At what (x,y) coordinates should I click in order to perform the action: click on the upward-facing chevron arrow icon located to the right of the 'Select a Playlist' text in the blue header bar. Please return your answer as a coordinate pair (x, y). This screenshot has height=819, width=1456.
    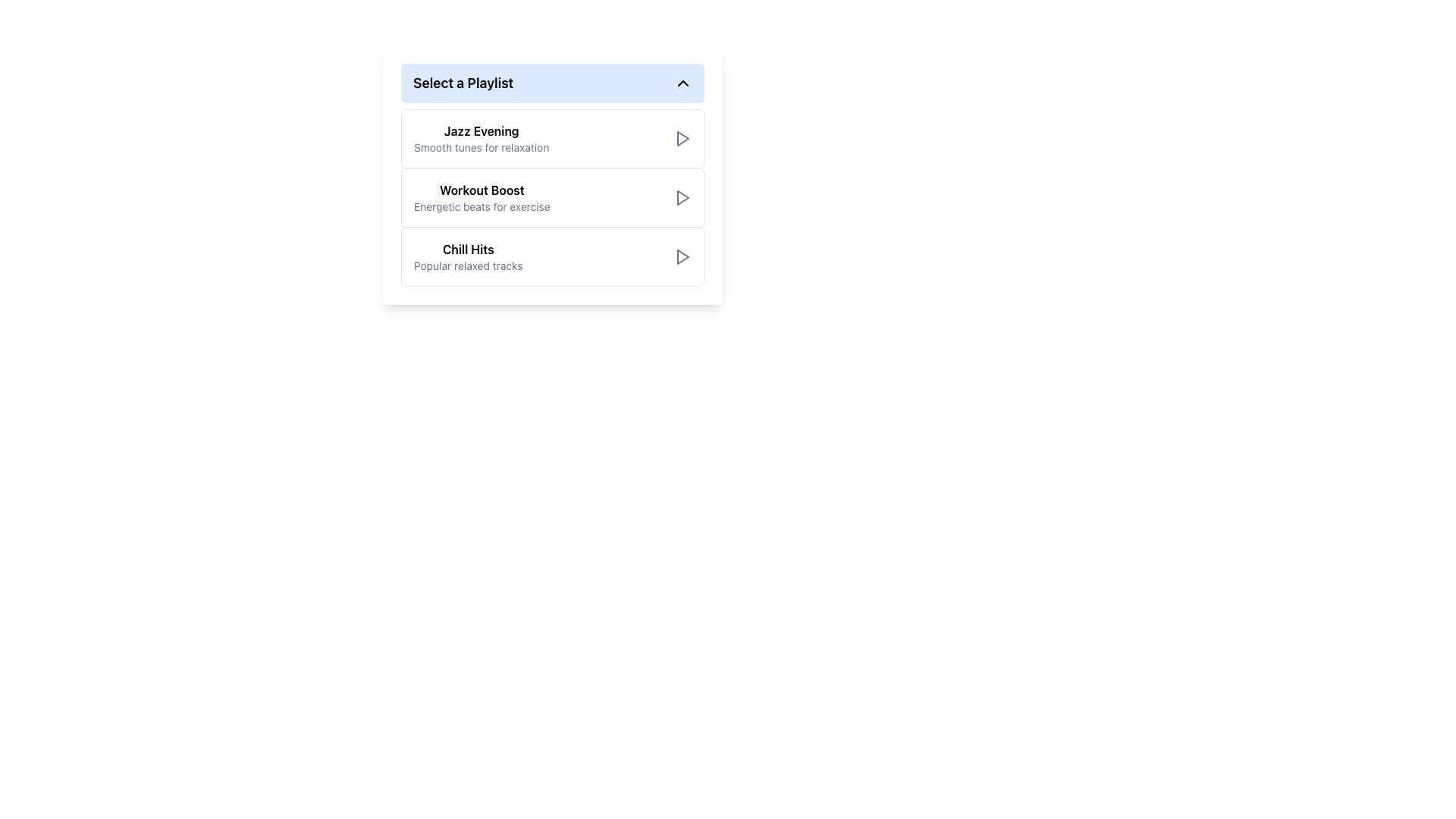
    Looking at the image, I should click on (682, 83).